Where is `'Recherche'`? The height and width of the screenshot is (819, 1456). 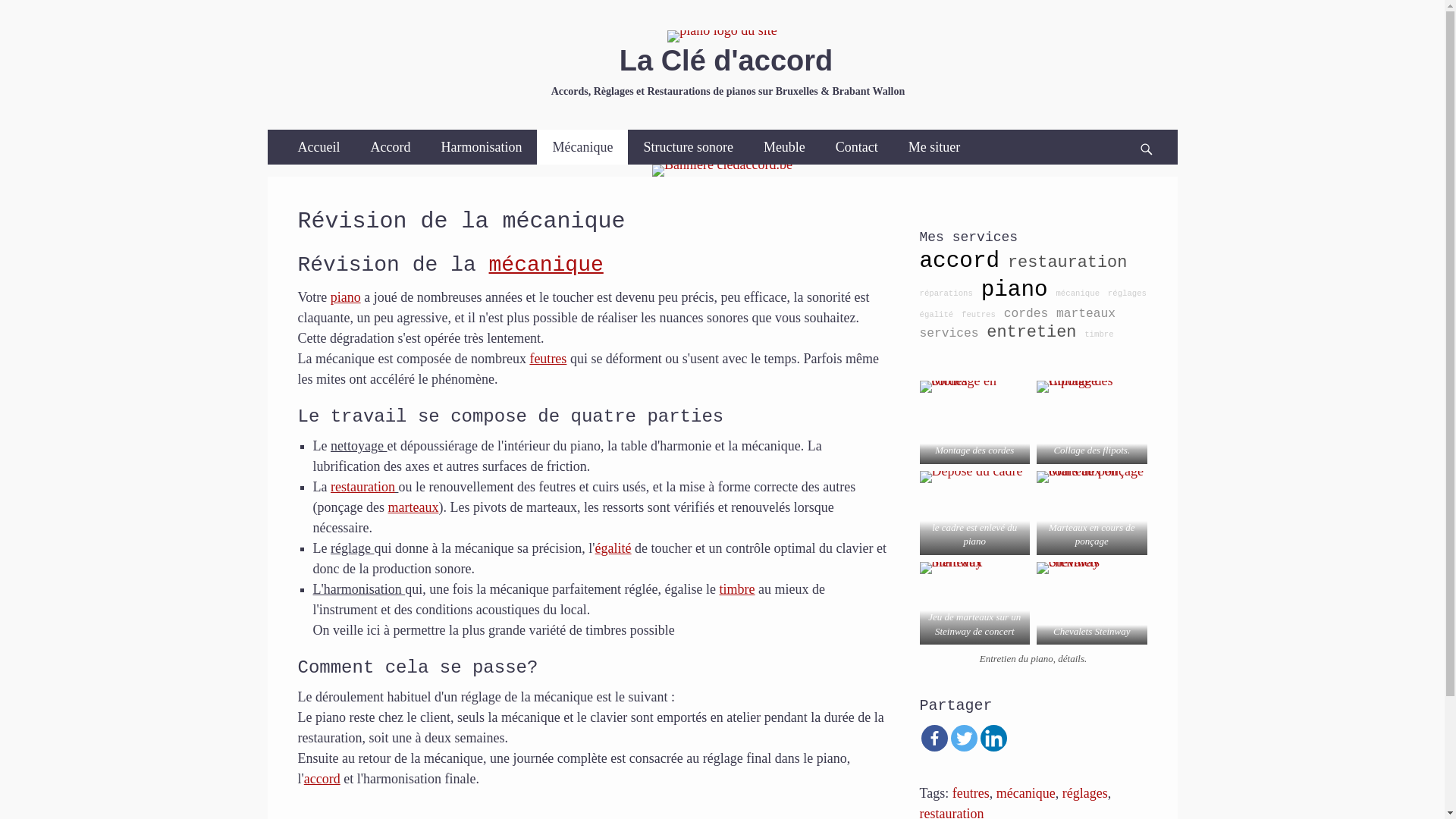 'Recherche' is located at coordinates (1153, 128).